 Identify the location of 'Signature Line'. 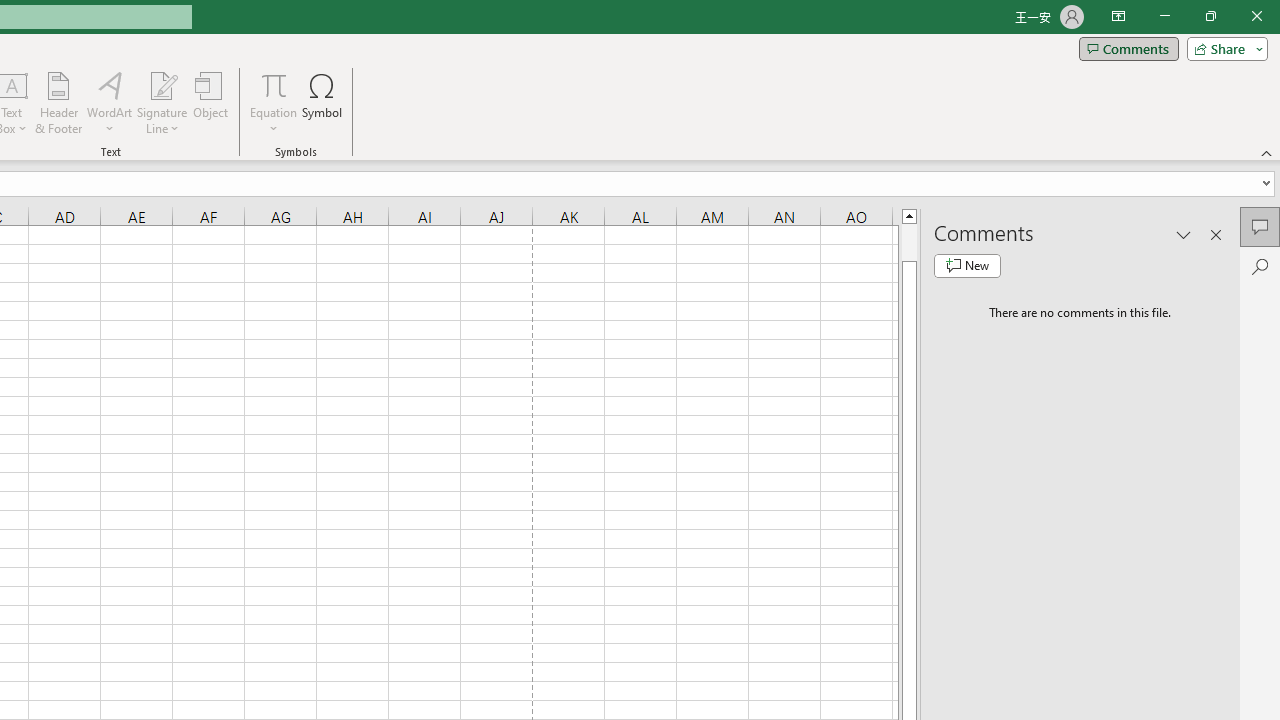
(161, 84).